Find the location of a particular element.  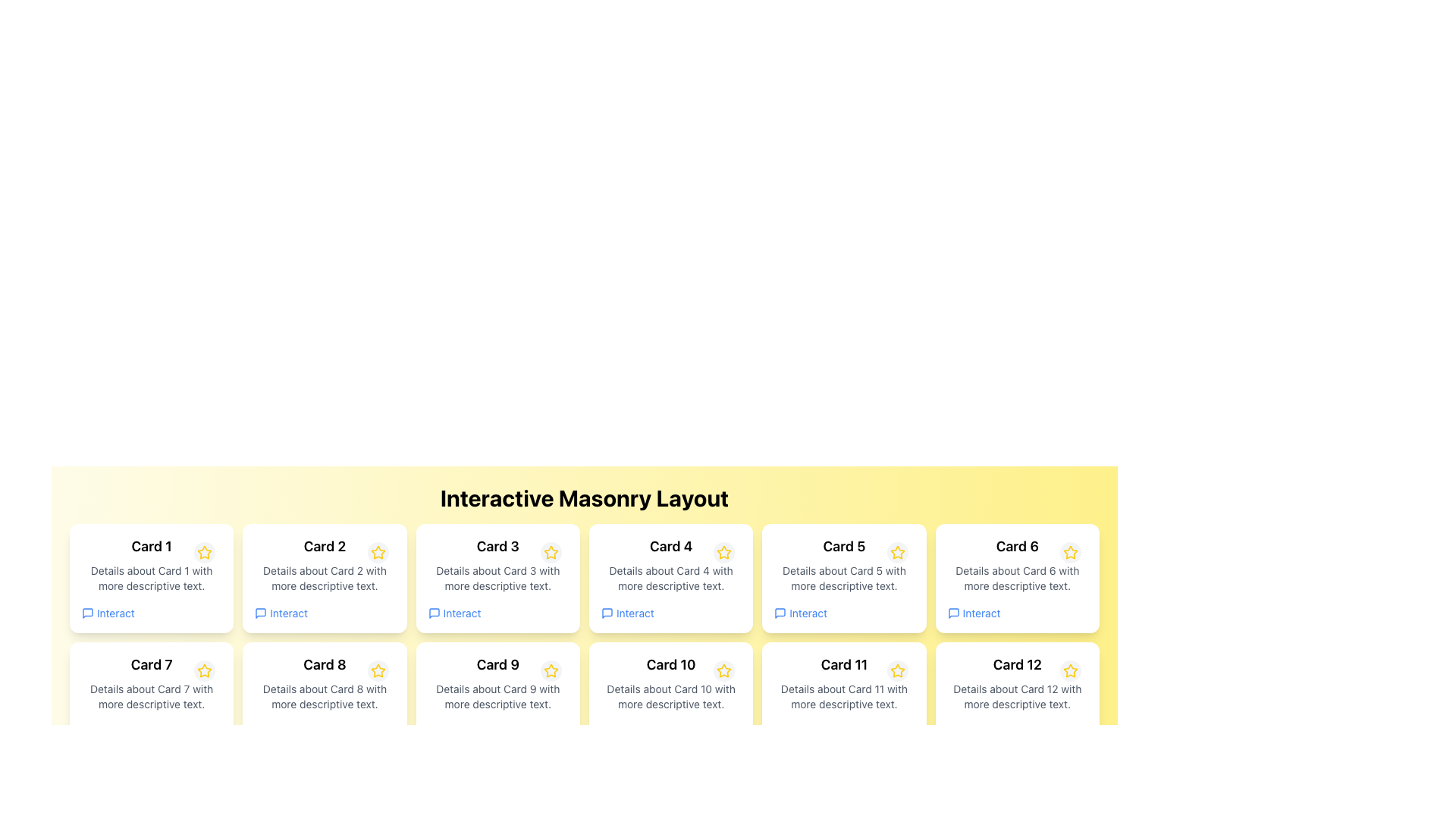

the interactive icon button at the top-right corner of 'Card 12' is located at coordinates (1069, 671).